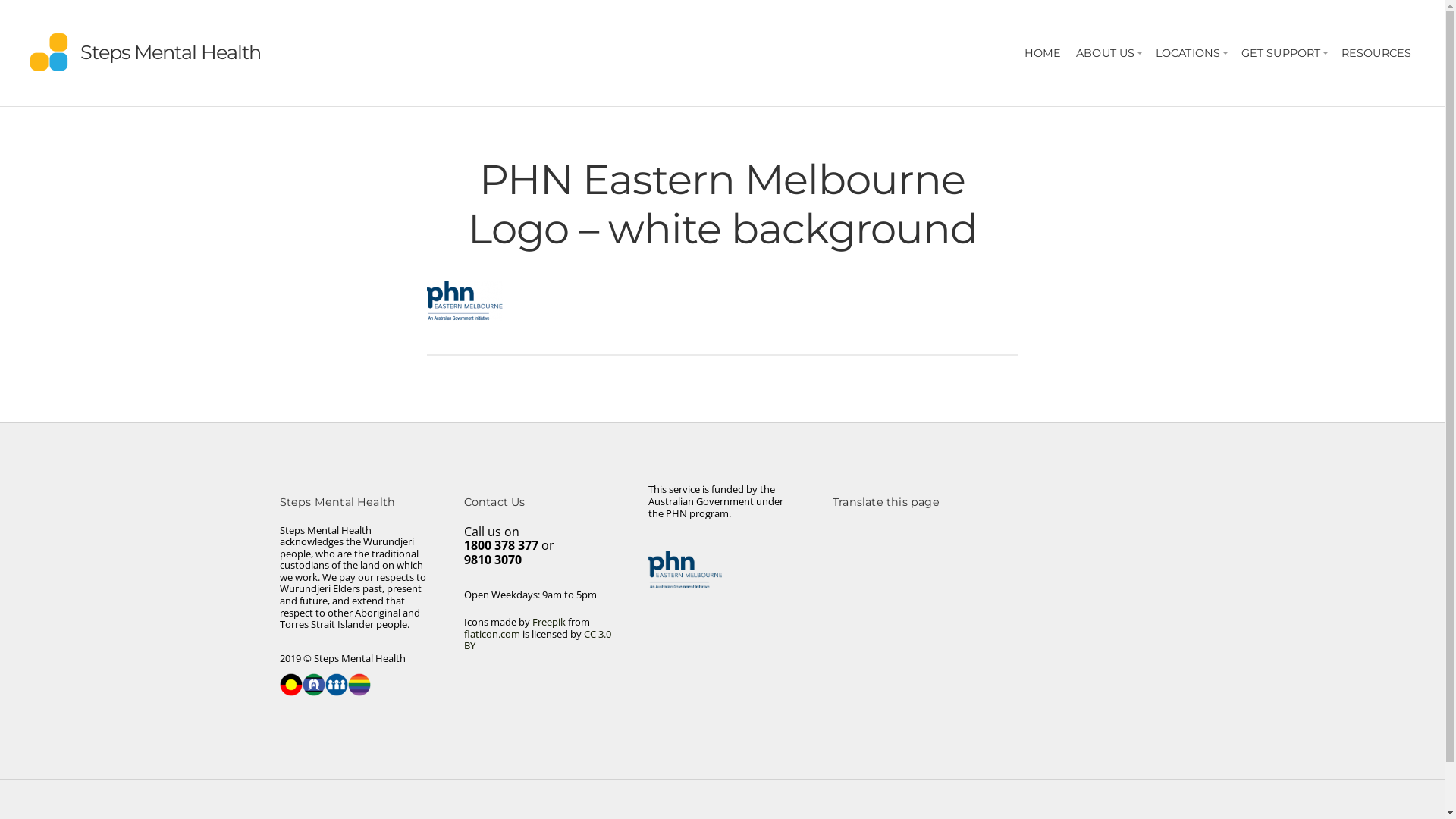  I want to click on 'HOME', so click(1041, 52).